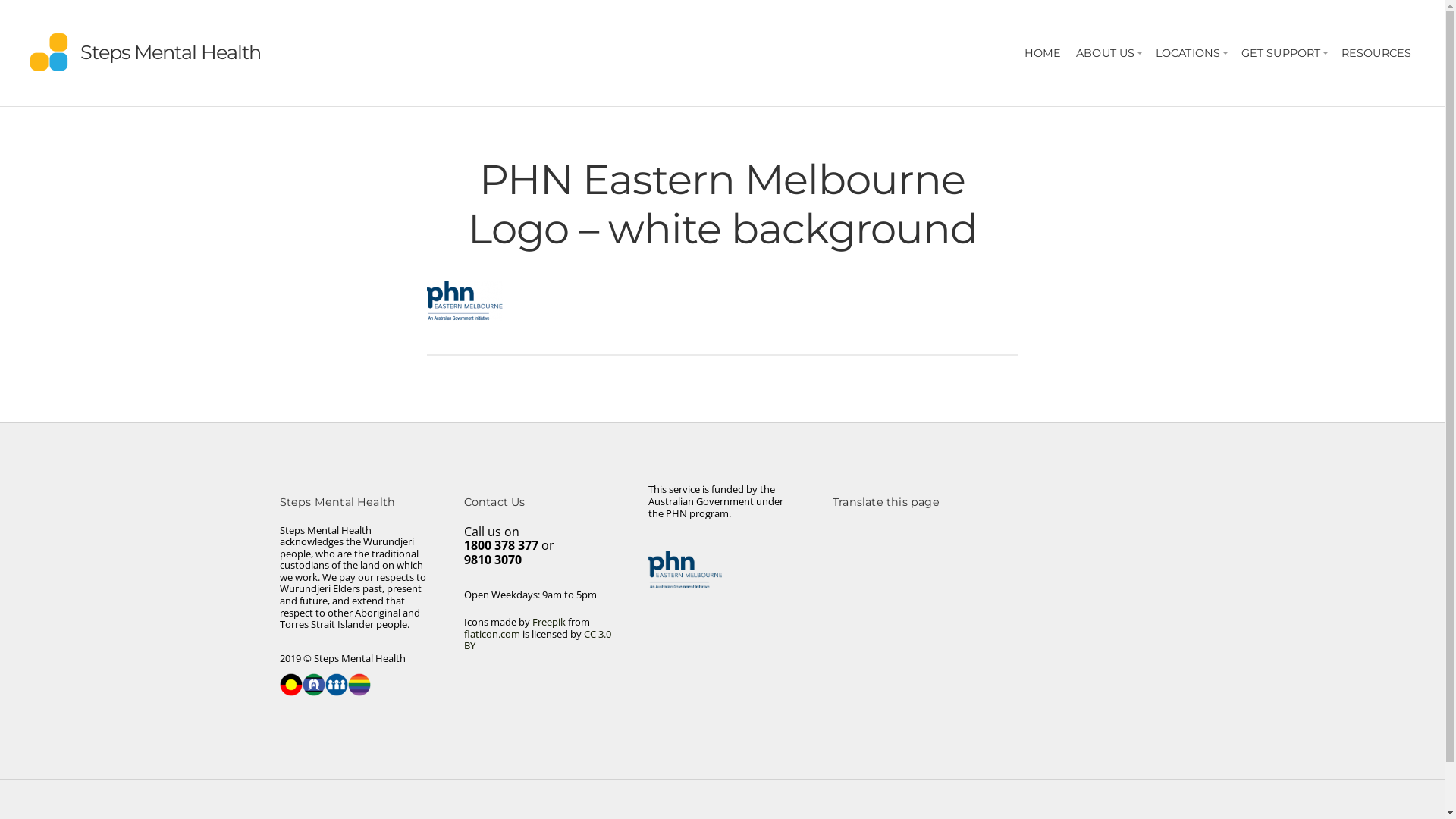  I want to click on 'HOME', so click(1041, 52).